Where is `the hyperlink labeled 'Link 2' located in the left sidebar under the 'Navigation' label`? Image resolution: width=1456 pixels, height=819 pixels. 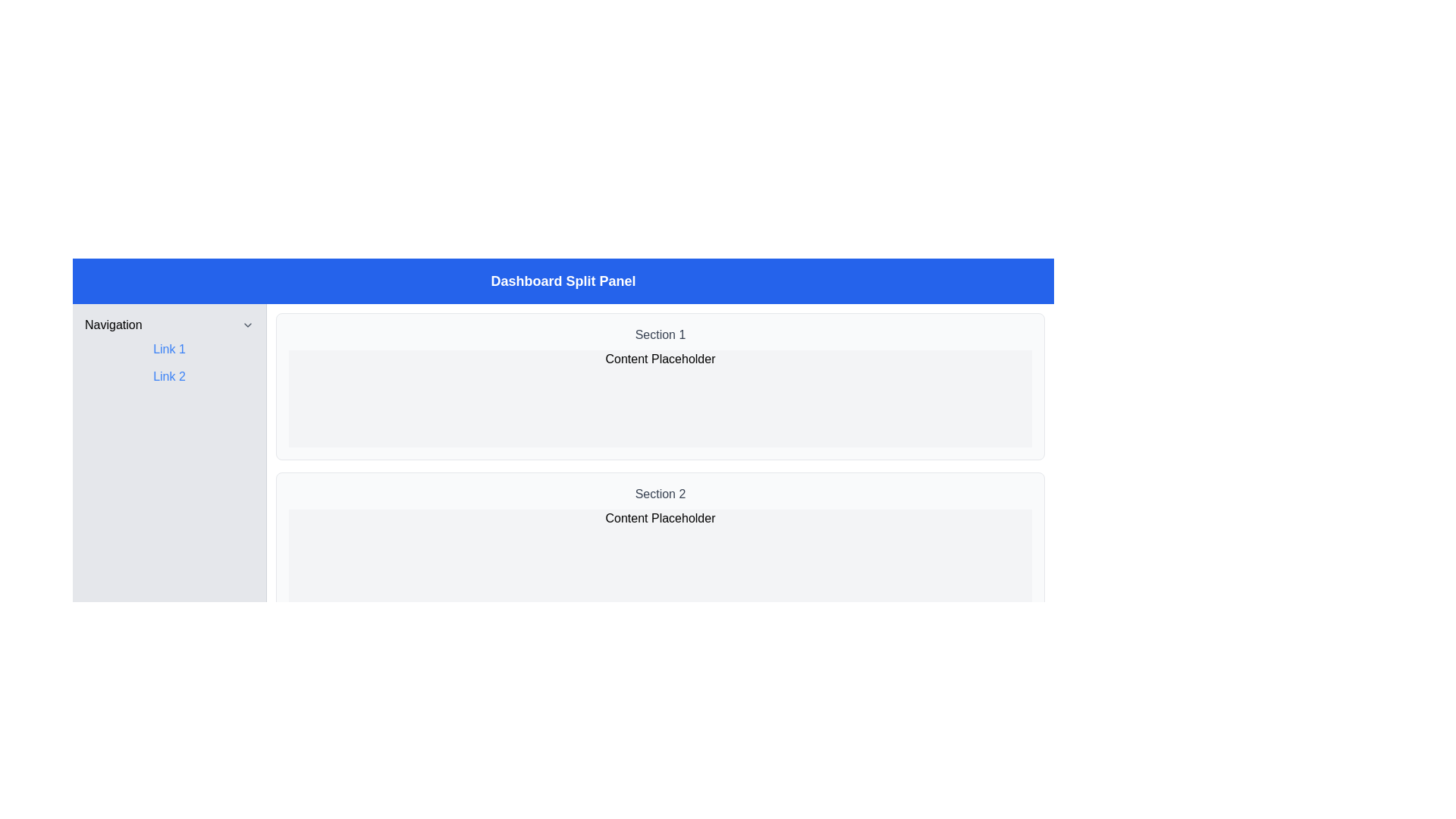 the hyperlink labeled 'Link 2' located in the left sidebar under the 'Navigation' label is located at coordinates (169, 376).